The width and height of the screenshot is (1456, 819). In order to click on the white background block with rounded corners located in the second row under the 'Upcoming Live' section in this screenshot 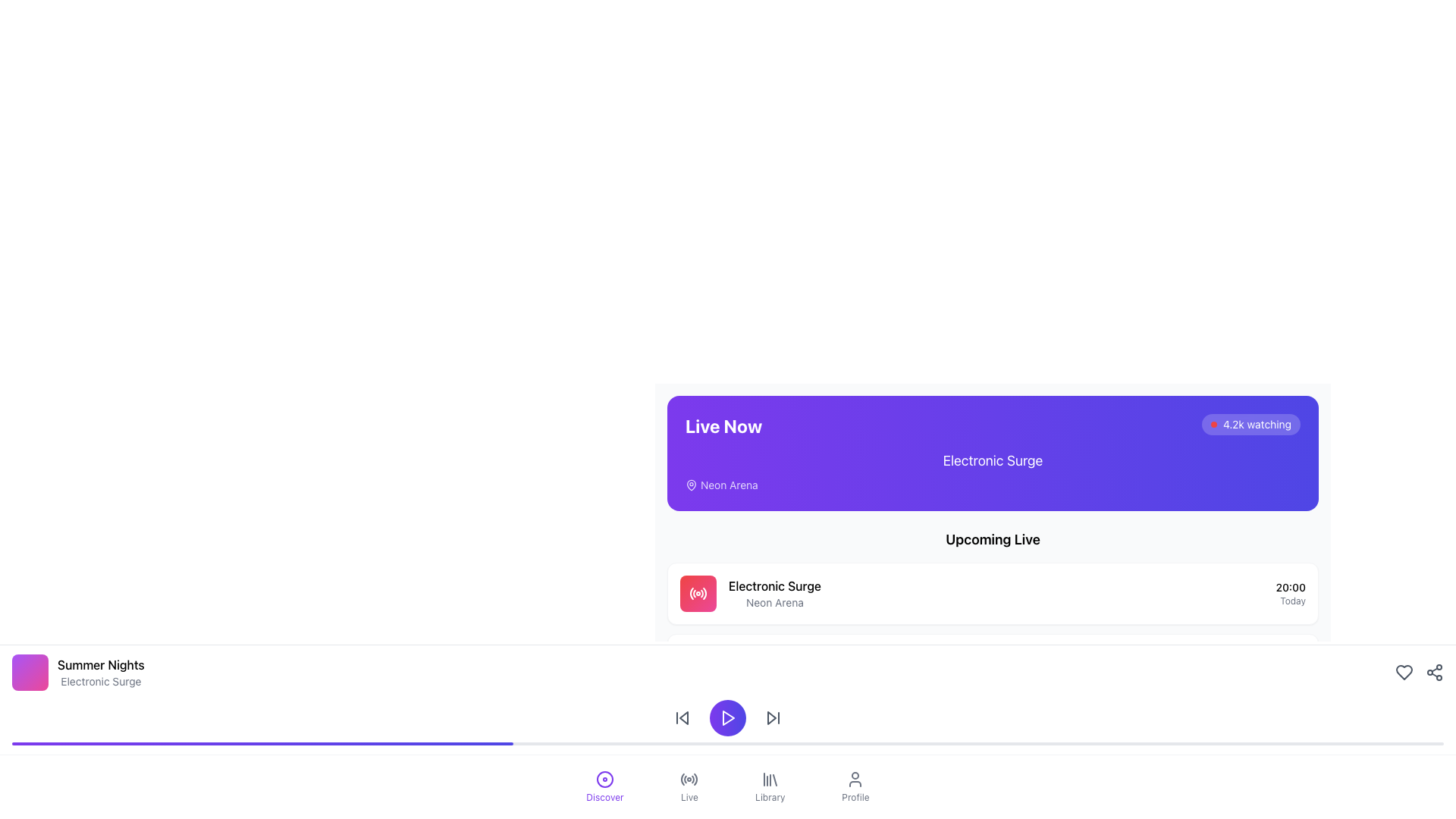, I will do `click(993, 664)`.